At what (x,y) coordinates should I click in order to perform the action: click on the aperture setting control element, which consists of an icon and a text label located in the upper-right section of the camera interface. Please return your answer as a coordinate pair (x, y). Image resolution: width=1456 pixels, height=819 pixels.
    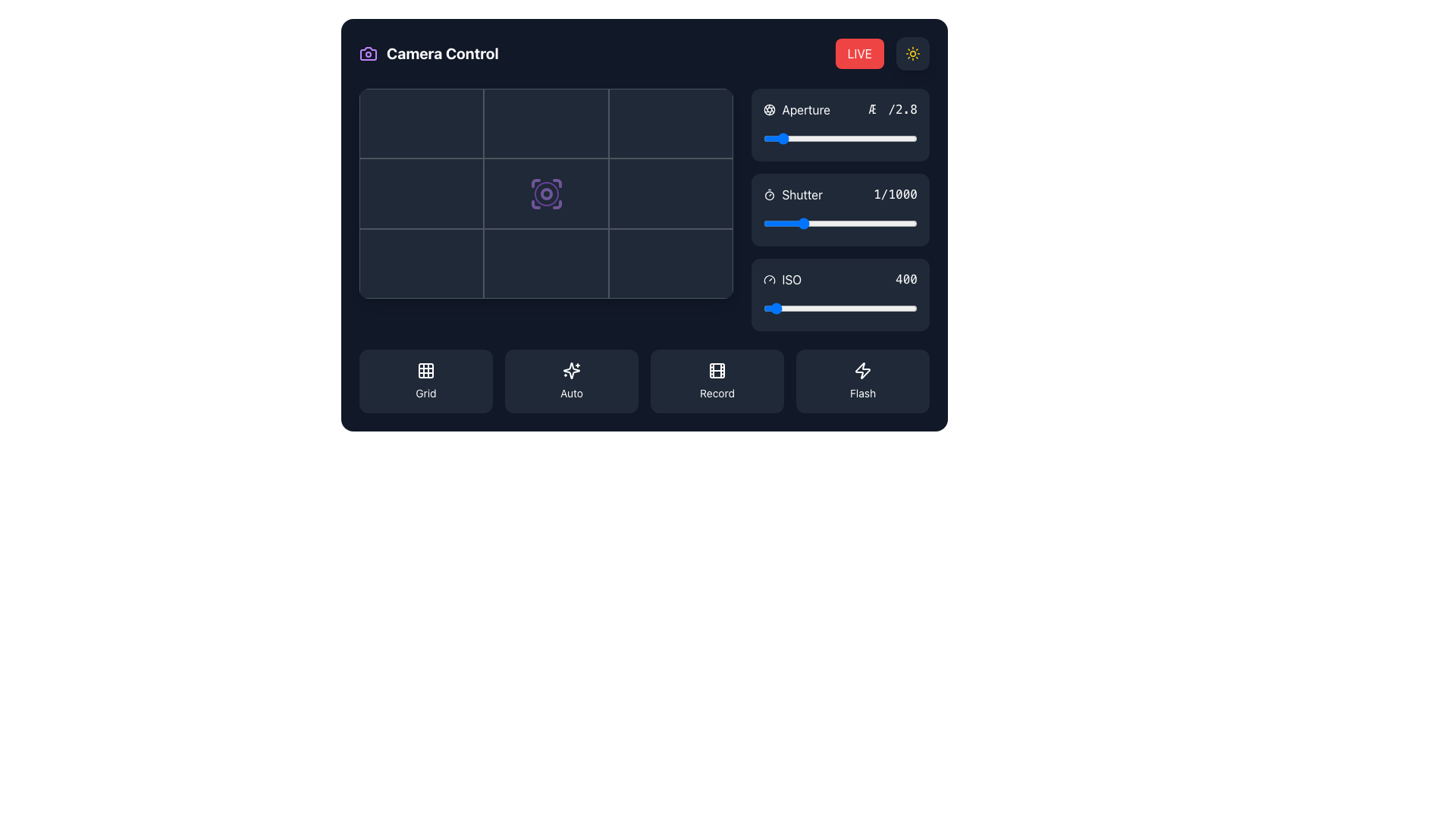
    Looking at the image, I should click on (796, 109).